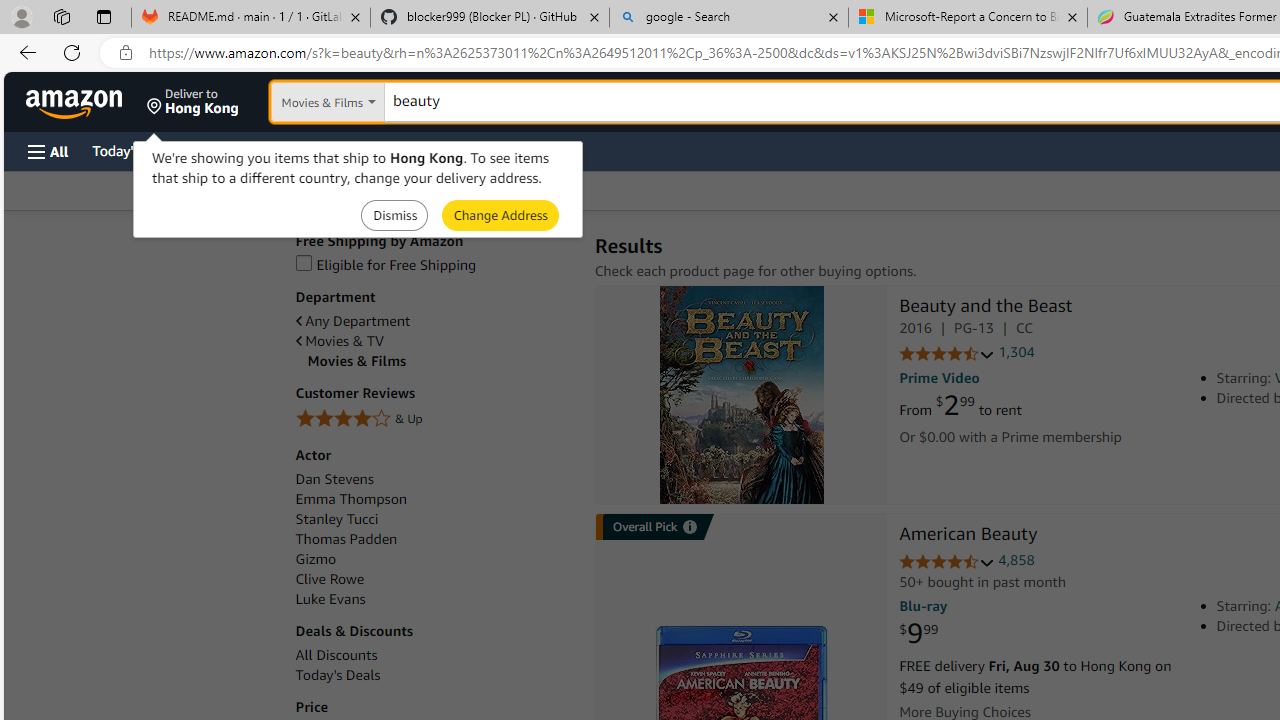 The width and height of the screenshot is (1280, 720). What do you see at coordinates (968, 535) in the screenshot?
I see `'American Beauty'` at bounding box center [968, 535].